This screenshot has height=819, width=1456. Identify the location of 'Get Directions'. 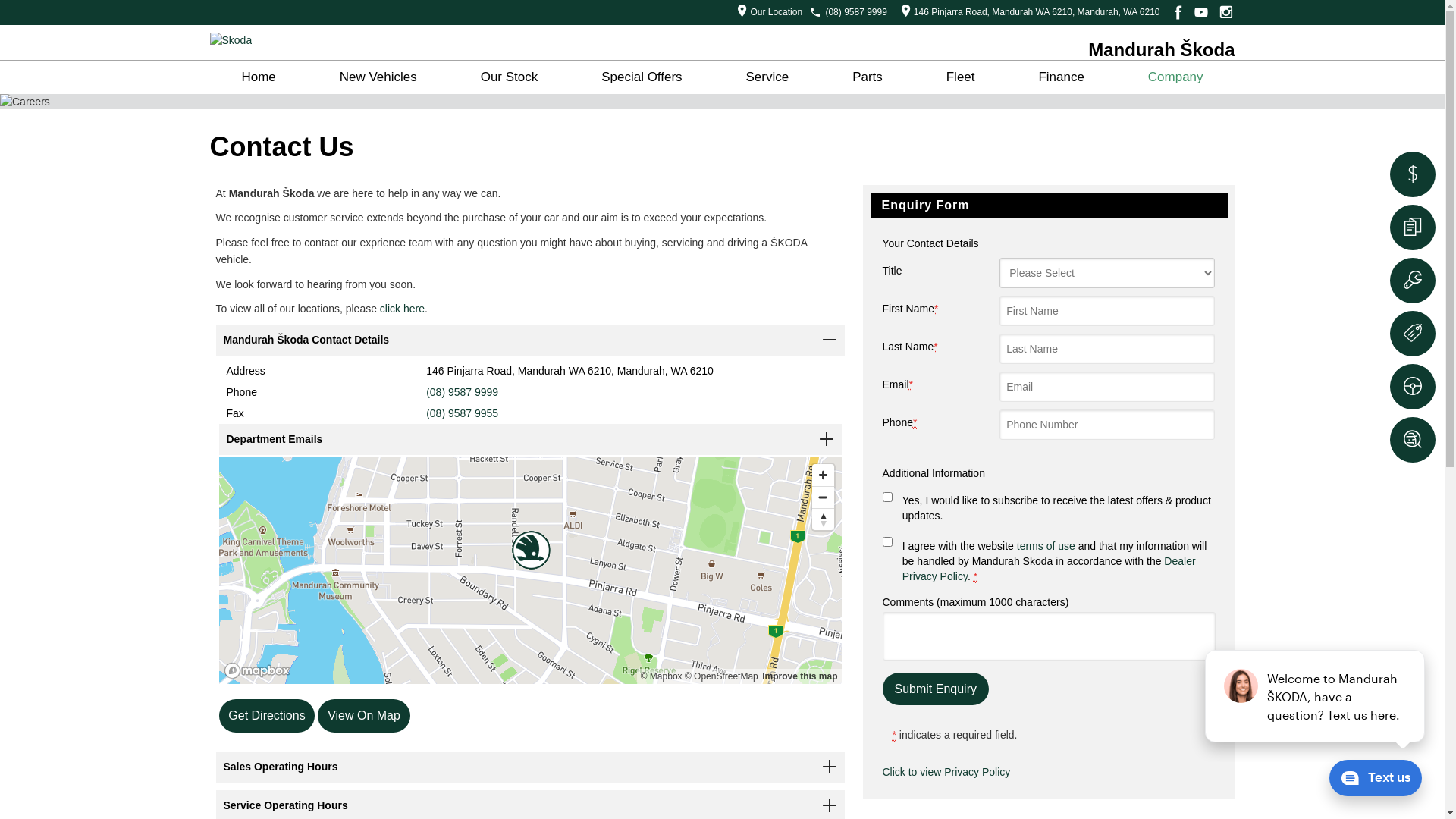
(266, 716).